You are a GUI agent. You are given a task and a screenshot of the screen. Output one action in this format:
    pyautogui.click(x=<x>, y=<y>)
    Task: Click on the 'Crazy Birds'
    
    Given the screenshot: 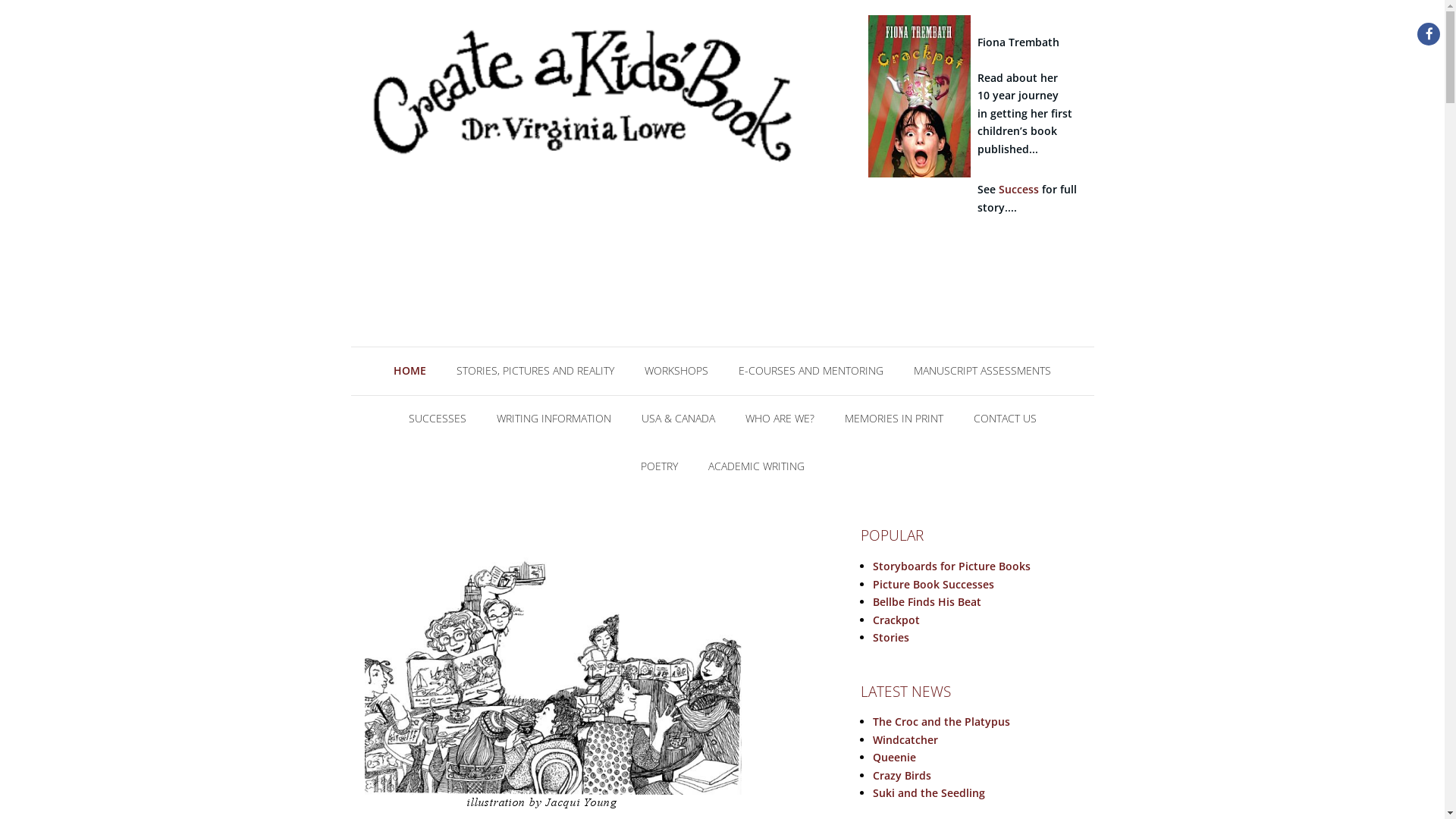 What is the action you would take?
    pyautogui.click(x=873, y=775)
    